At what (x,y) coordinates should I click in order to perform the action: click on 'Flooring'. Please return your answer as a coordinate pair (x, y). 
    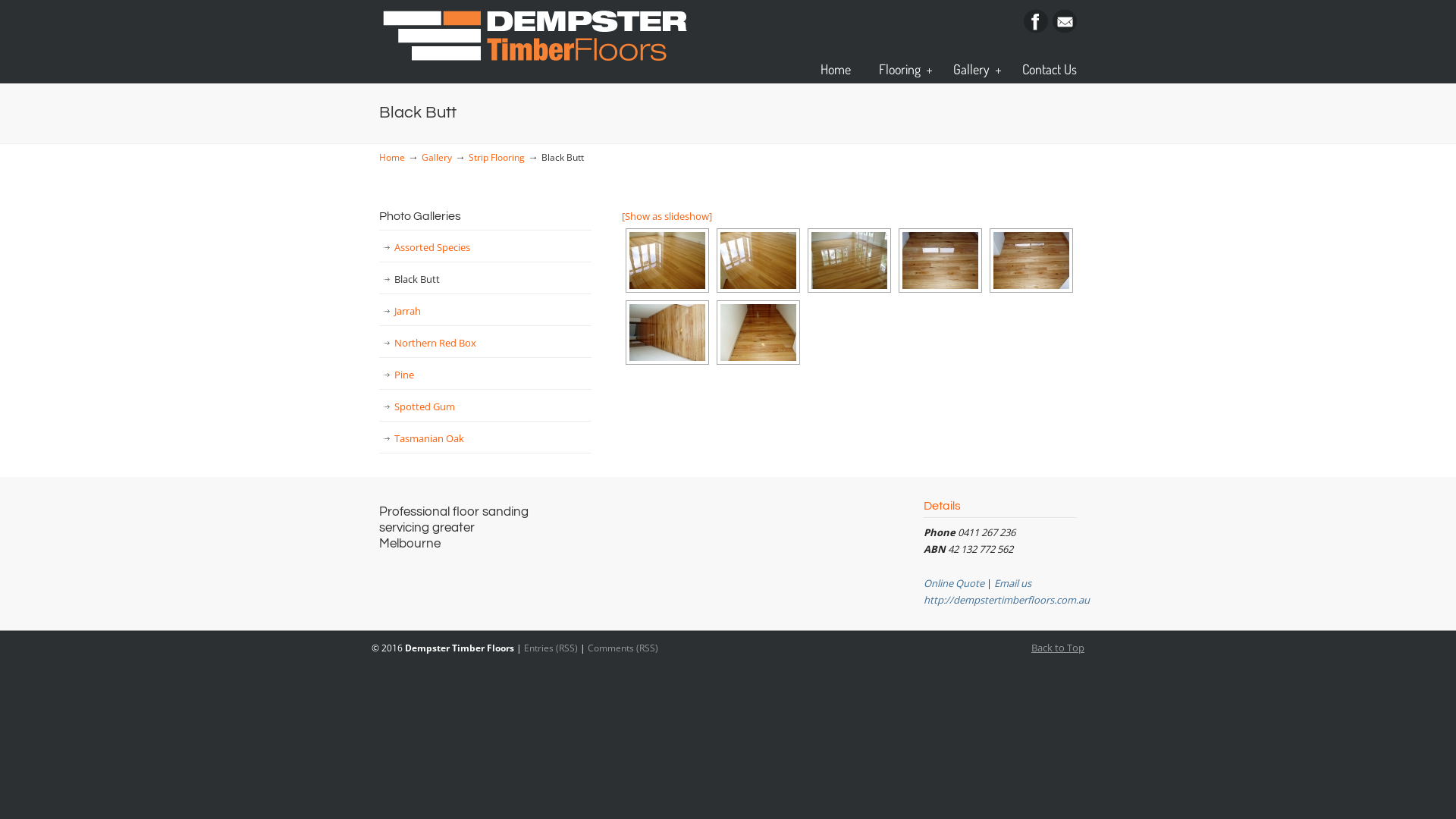
    Looking at the image, I should click on (902, 69).